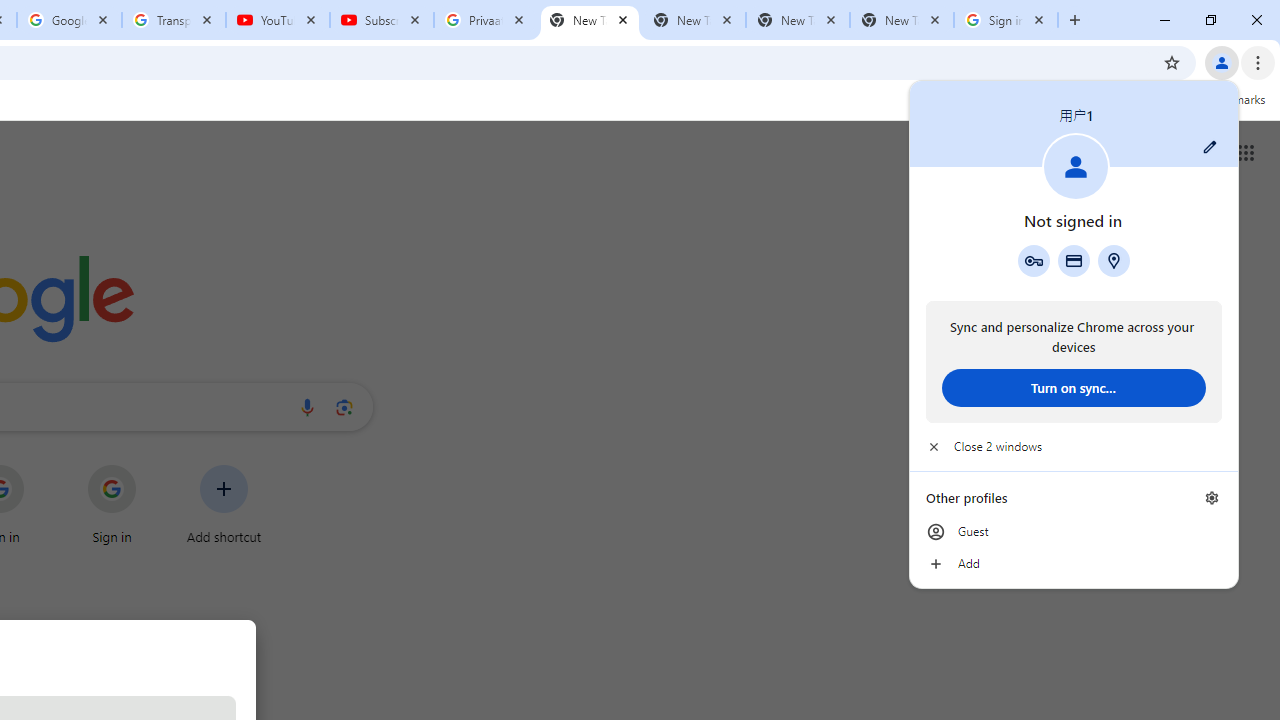  Describe the element at coordinates (1113, 260) in the screenshot. I see `'Addresses and more'` at that location.